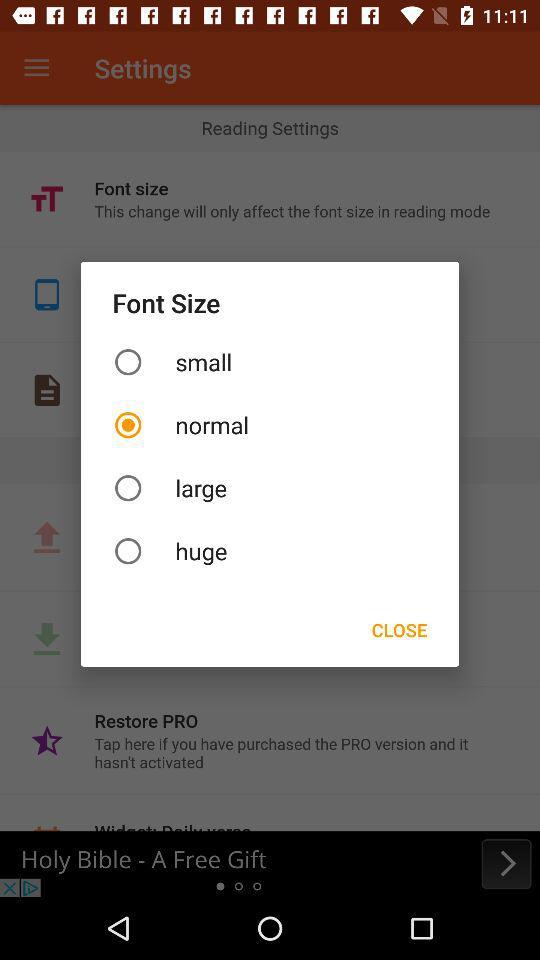 This screenshot has height=960, width=540. Describe the element at coordinates (270, 487) in the screenshot. I see `the item below normal item` at that location.